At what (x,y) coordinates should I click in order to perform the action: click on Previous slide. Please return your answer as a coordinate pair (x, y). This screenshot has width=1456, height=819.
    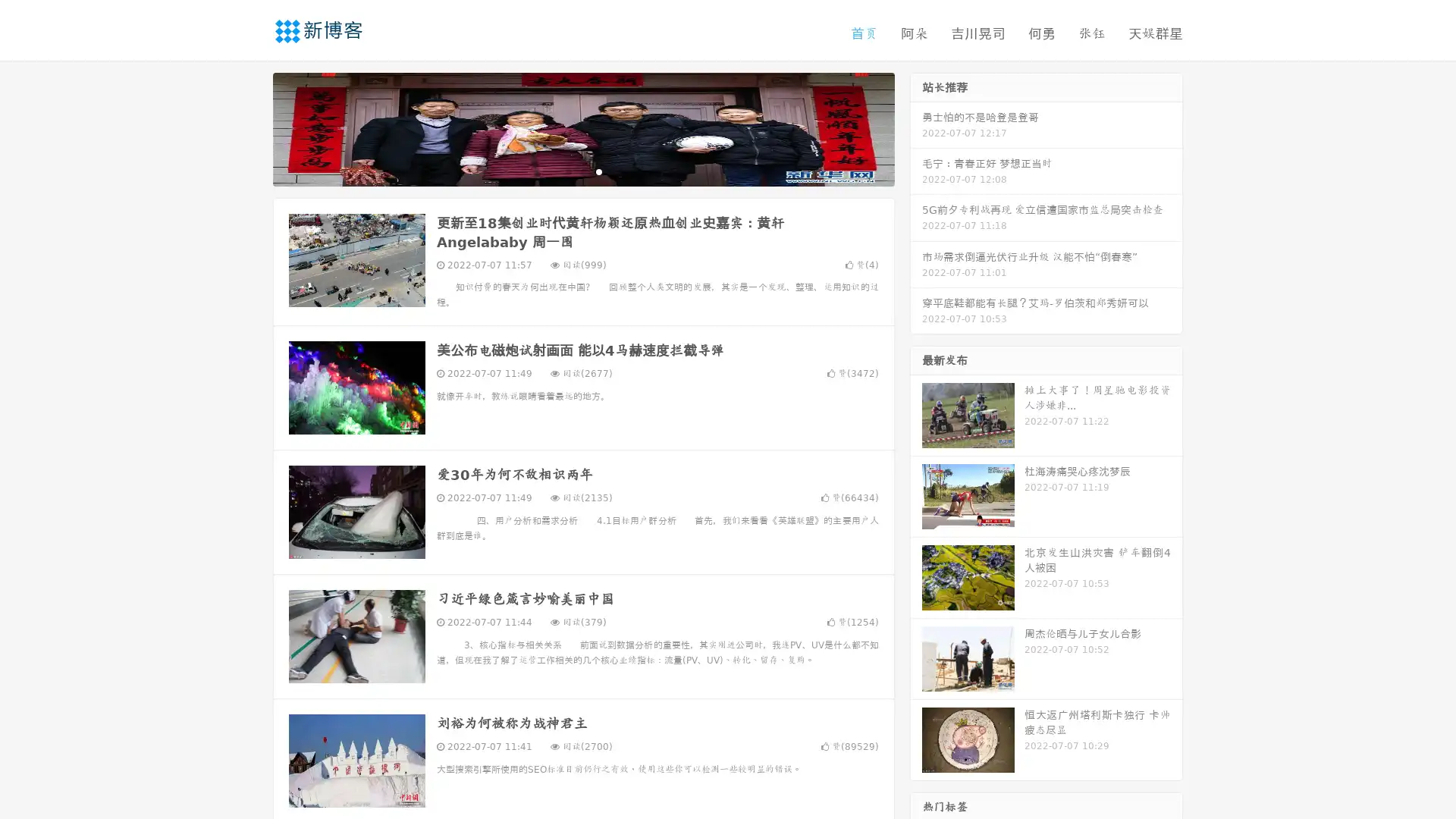
    Looking at the image, I should click on (250, 127).